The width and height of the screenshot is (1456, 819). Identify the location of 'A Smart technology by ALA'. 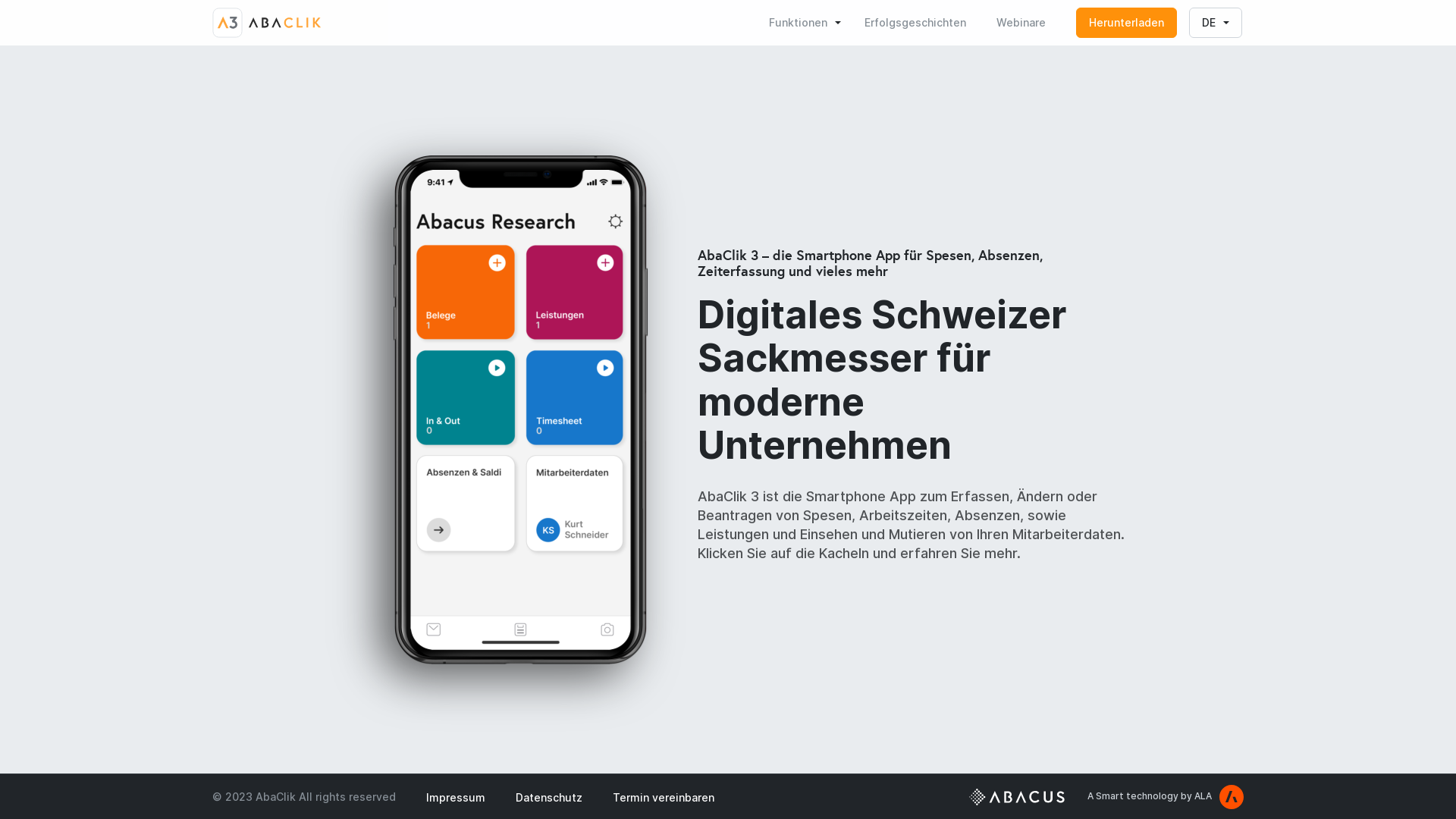
(1164, 795).